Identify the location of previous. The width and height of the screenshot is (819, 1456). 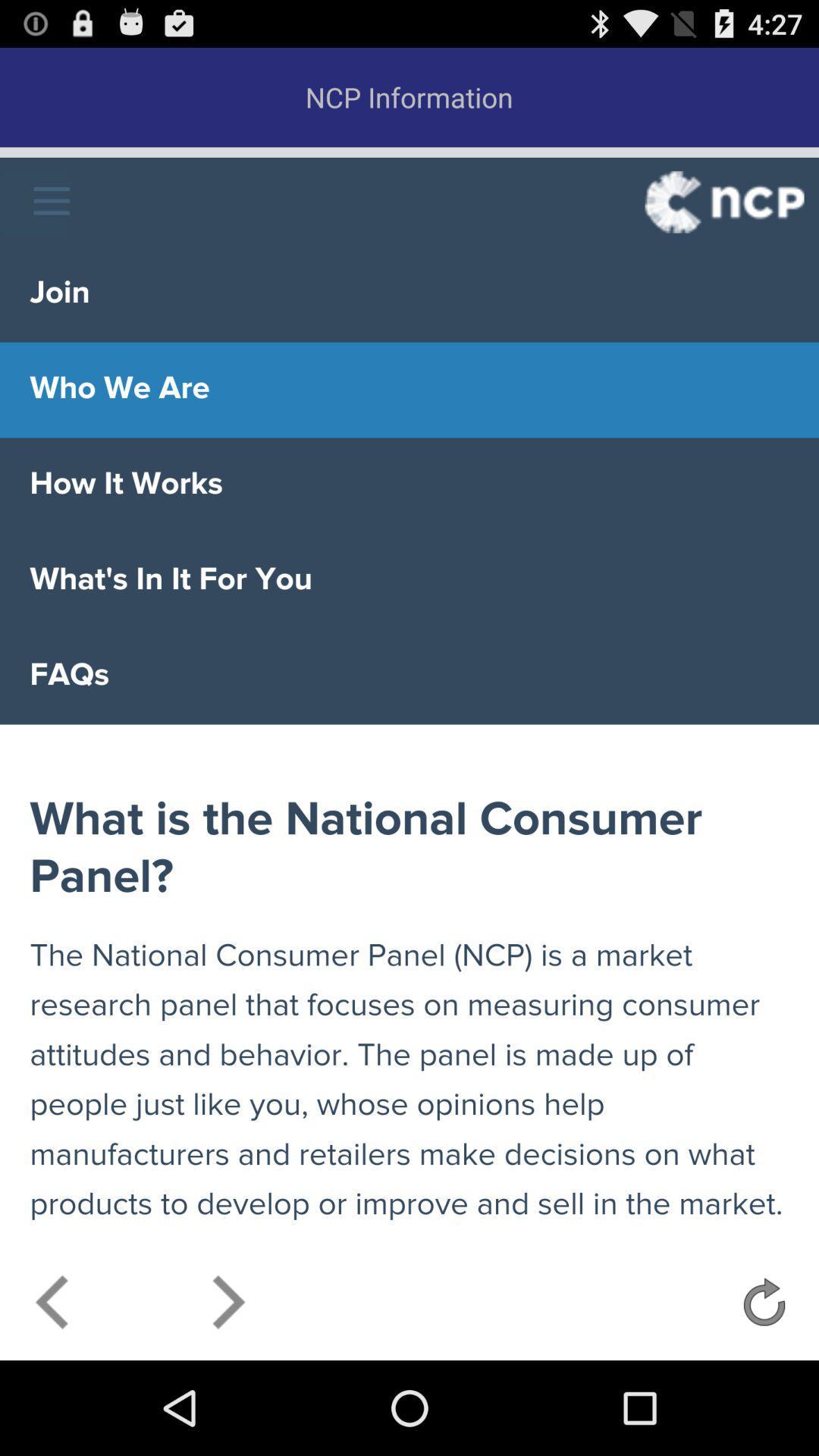
(52, 1306).